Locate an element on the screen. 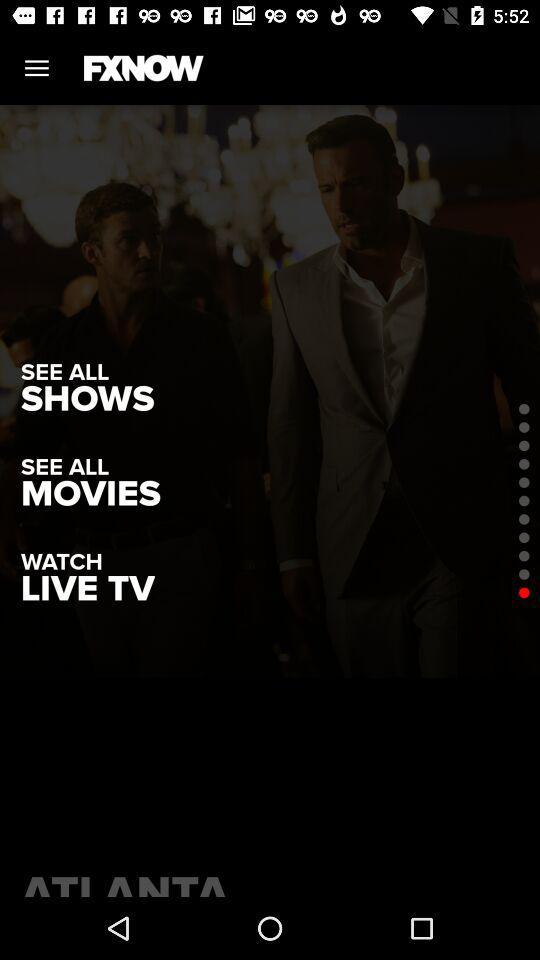 The image size is (540, 960). shows is located at coordinates (86, 398).